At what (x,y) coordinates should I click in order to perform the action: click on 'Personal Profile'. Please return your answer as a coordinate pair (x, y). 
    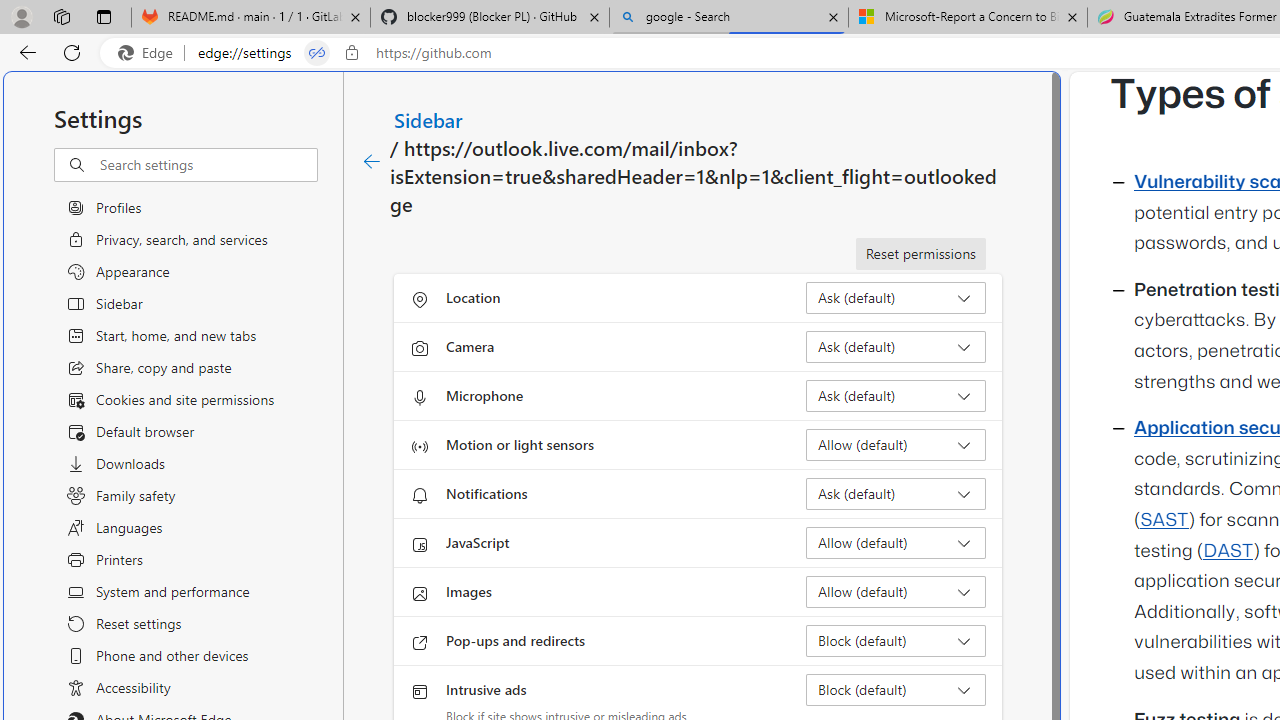
    Looking at the image, I should click on (21, 16).